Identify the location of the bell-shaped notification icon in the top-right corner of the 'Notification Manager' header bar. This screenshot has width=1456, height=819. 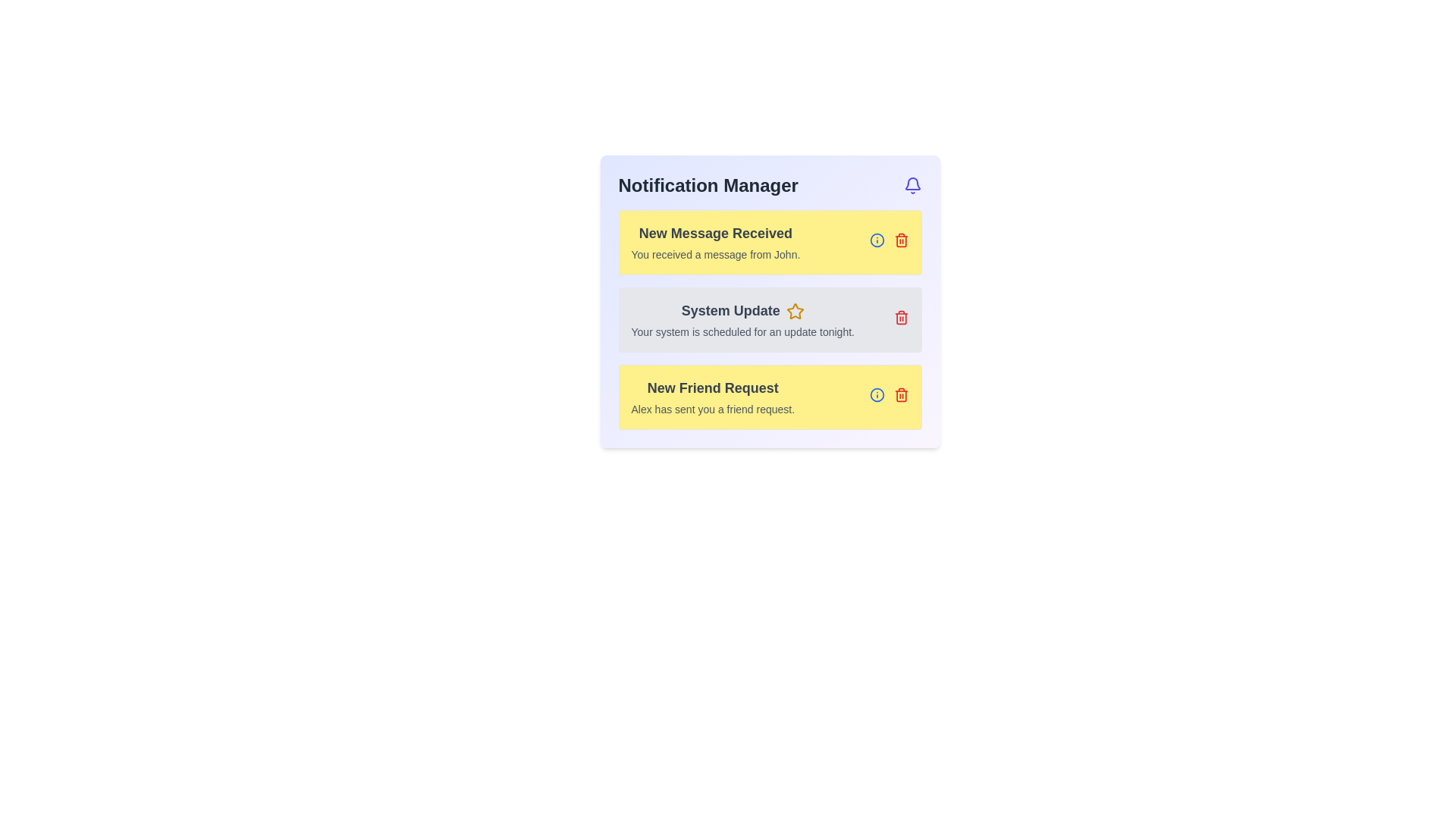
(912, 185).